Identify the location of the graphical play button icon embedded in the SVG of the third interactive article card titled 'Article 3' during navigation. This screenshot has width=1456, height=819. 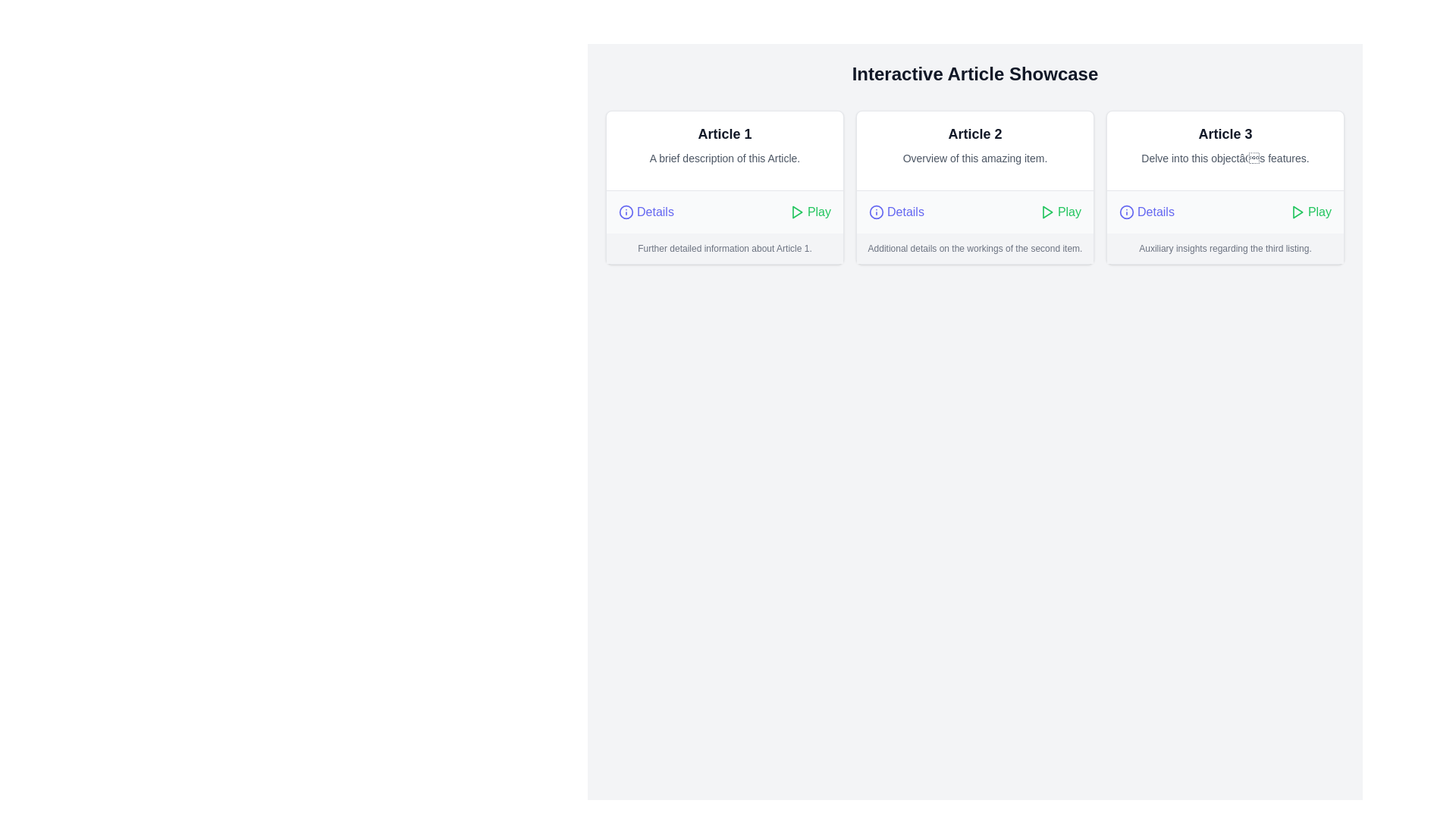
(1297, 212).